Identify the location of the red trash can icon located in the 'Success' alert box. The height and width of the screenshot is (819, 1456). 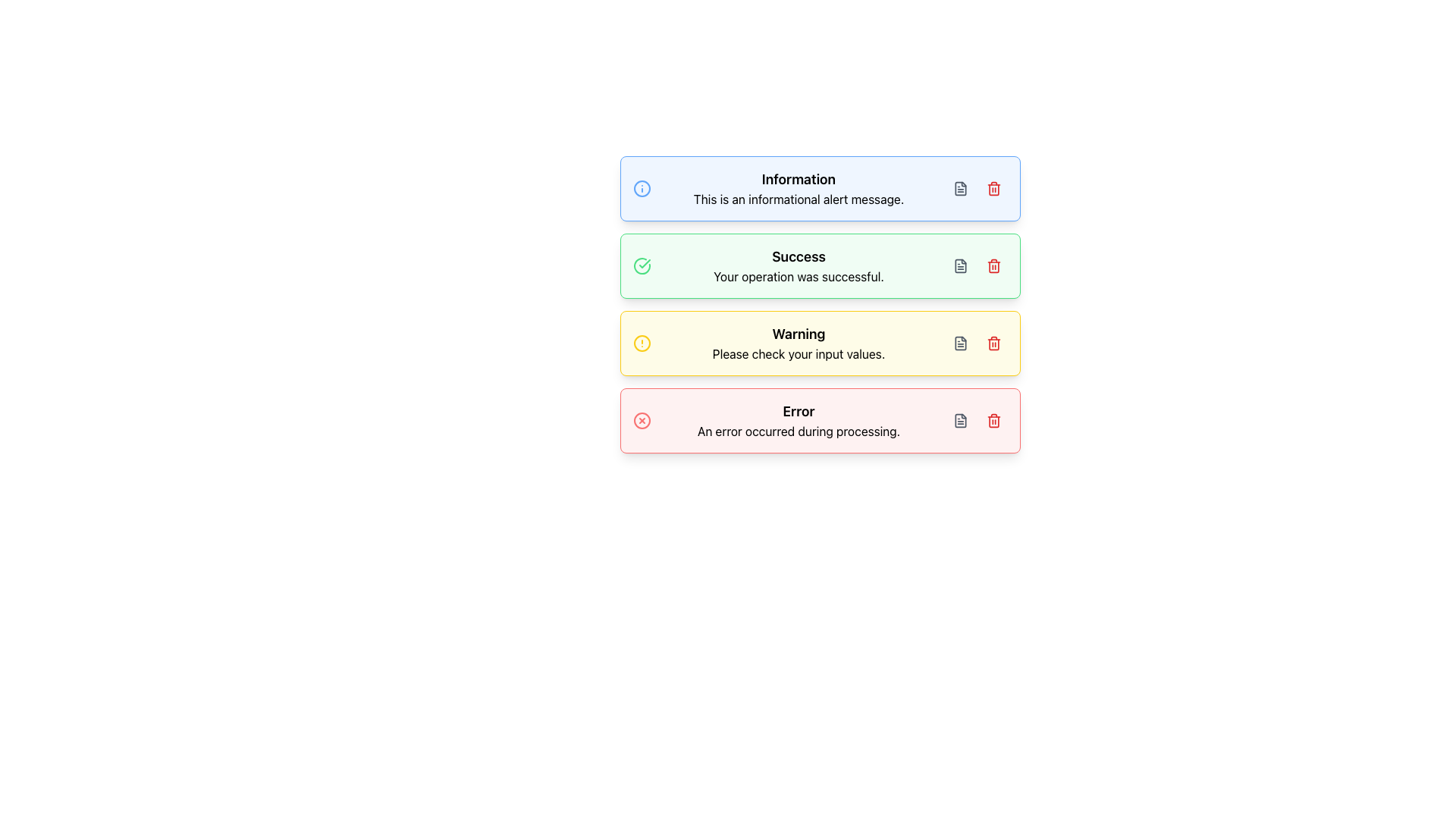
(993, 265).